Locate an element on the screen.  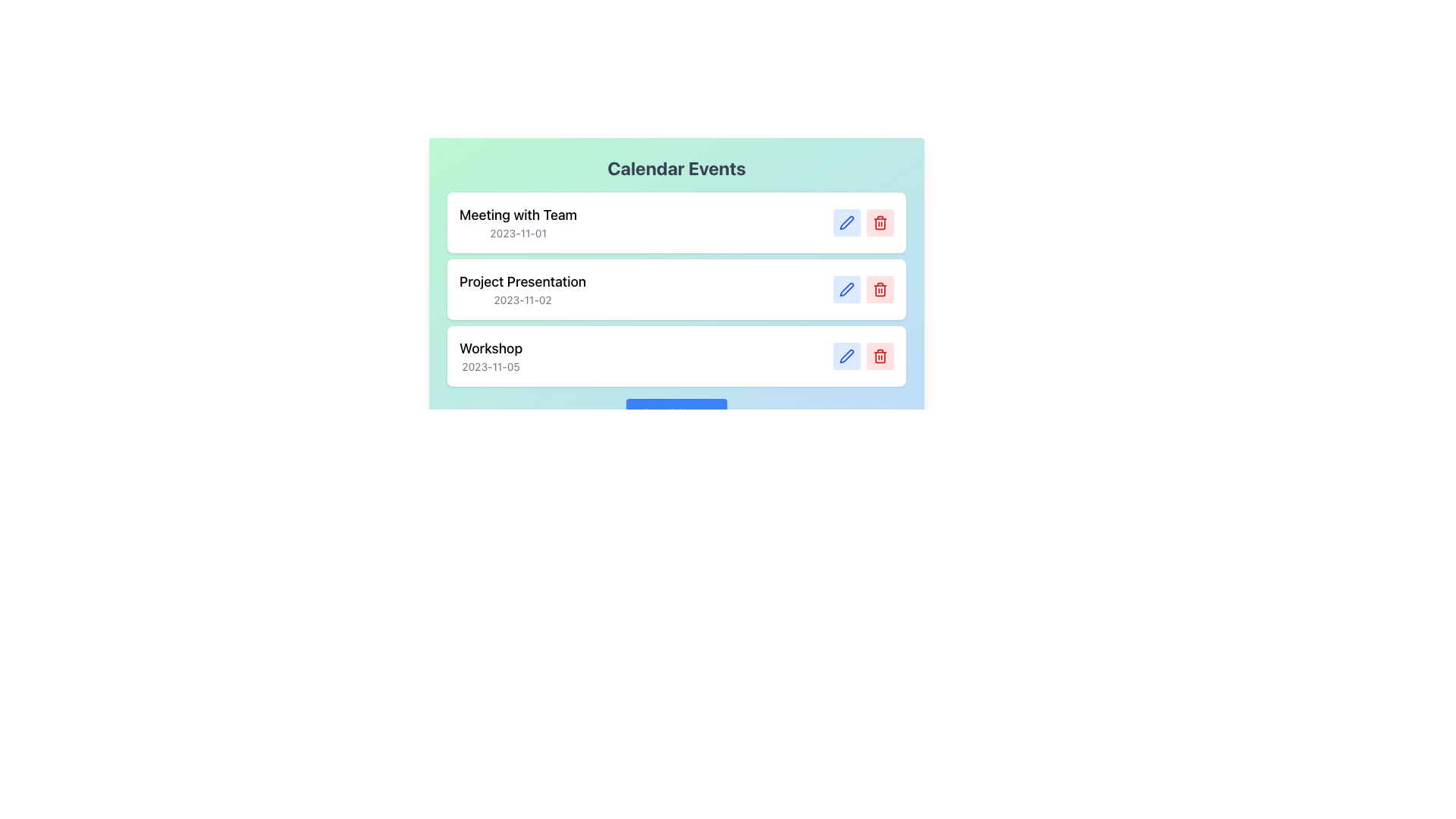
event title 'Workshop' and date '2023-11-05' from the calendar event entry, which is the third item in the list, displayed with a bold title and a smaller gray subtitle is located at coordinates (676, 356).